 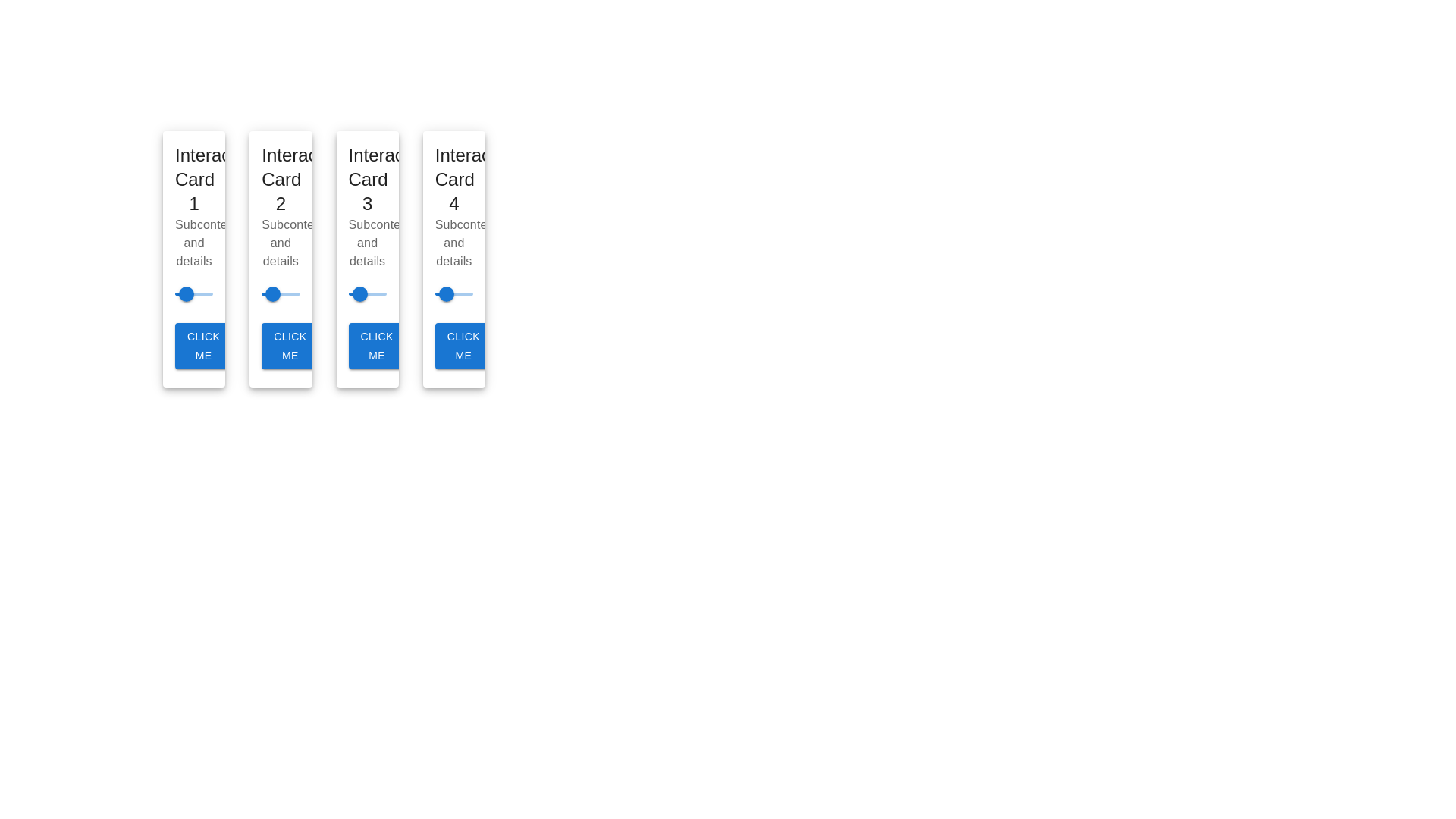 What do you see at coordinates (190, 294) in the screenshot?
I see `the slider` at bounding box center [190, 294].